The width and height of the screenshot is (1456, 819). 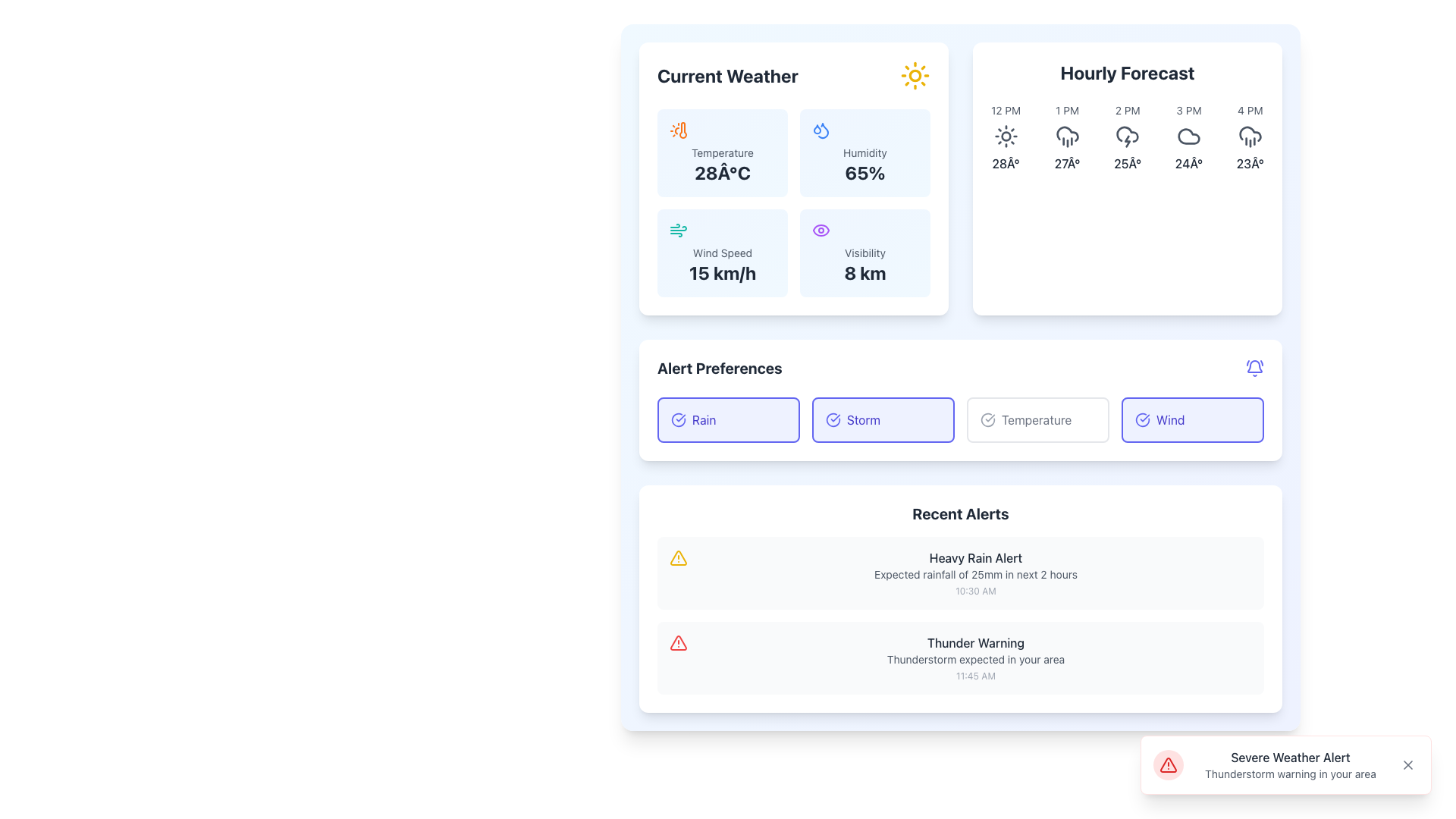 I want to click on the orange circular decorative graphic element that represents the sun in the 'Current Weather' section of the interface, so click(x=914, y=76).